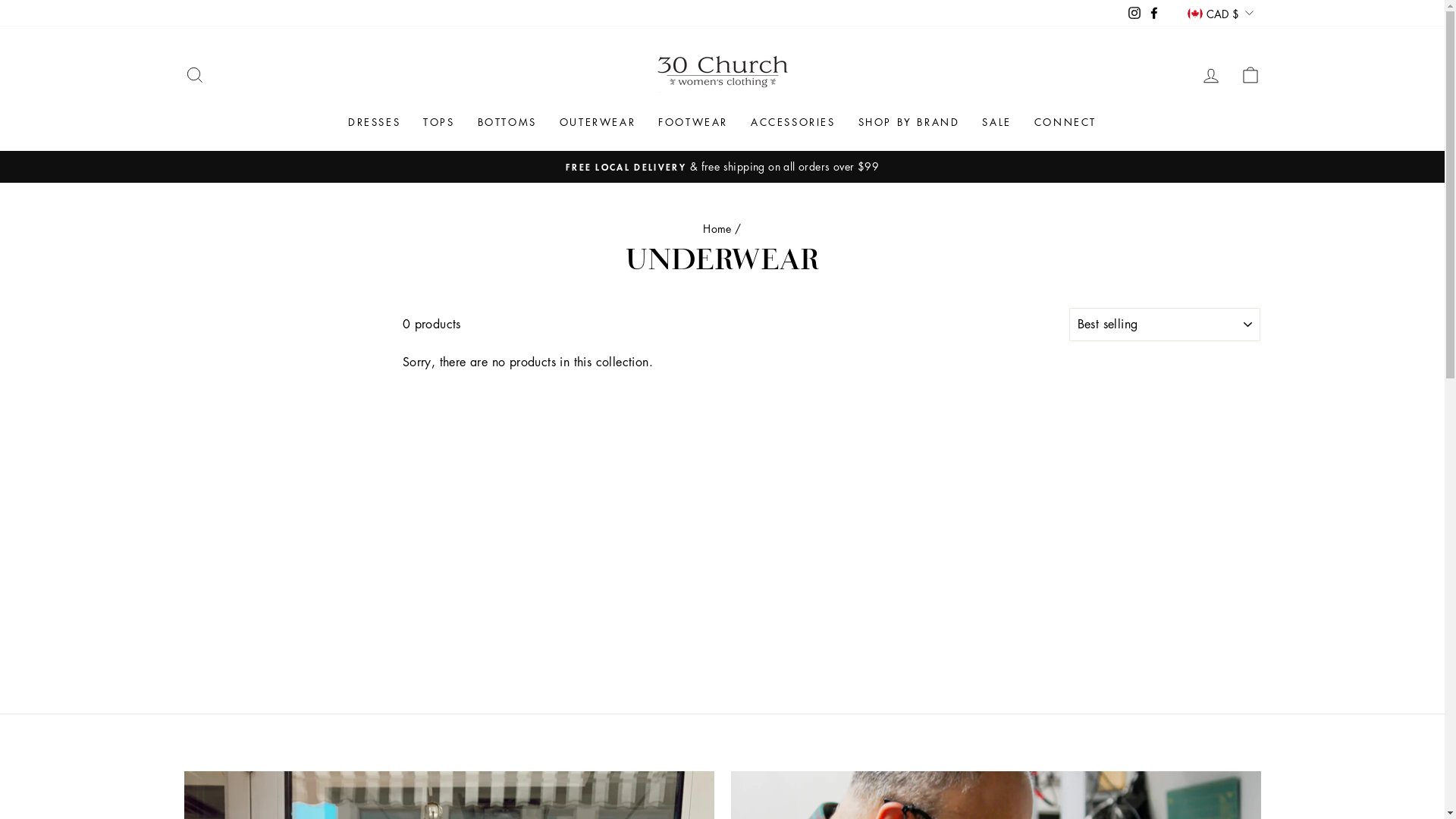 The image size is (1456, 819). Describe the element at coordinates (411, 122) in the screenshot. I see `'TOPS'` at that location.